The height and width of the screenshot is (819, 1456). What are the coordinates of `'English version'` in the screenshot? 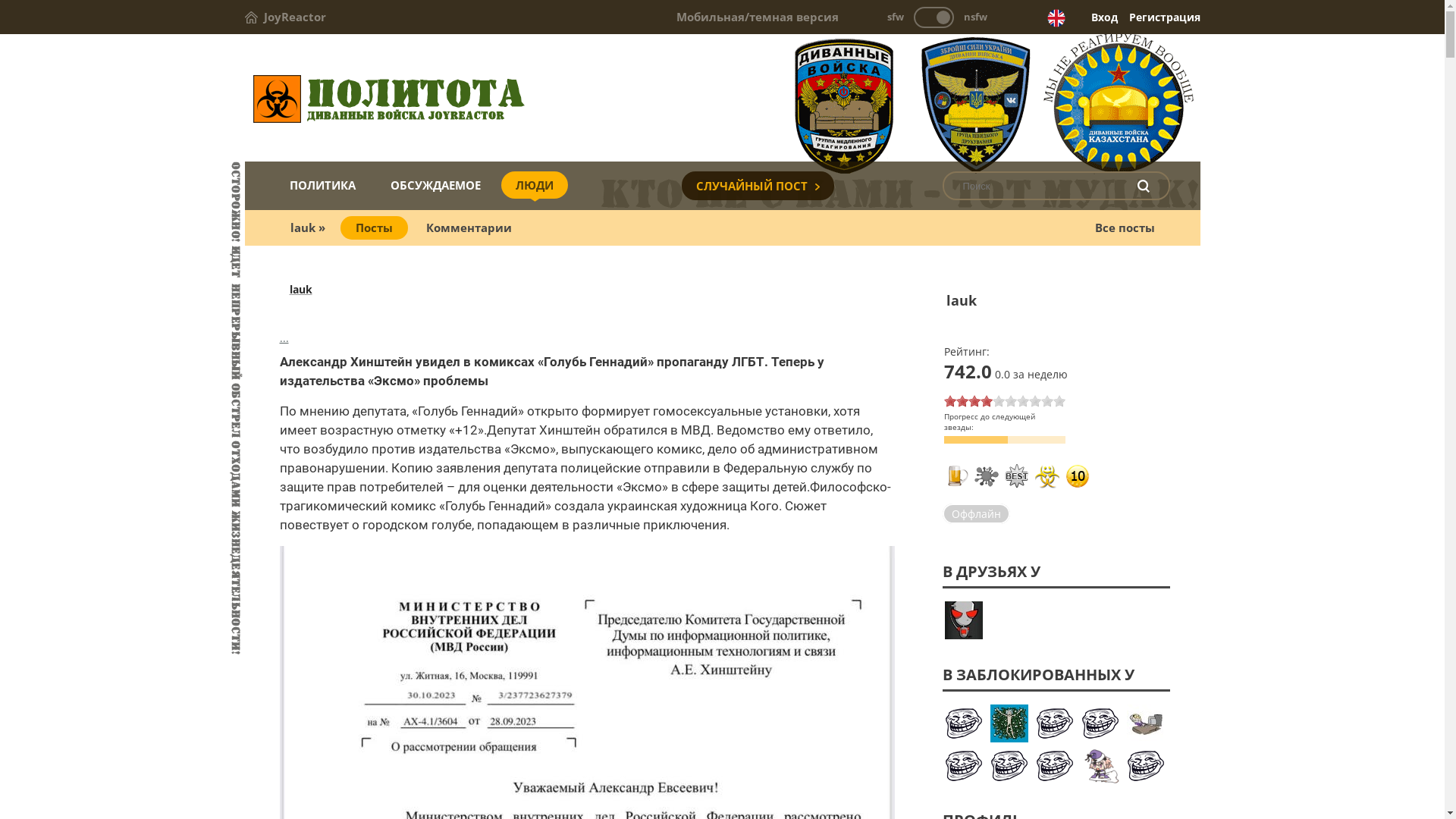 It's located at (1055, 17).